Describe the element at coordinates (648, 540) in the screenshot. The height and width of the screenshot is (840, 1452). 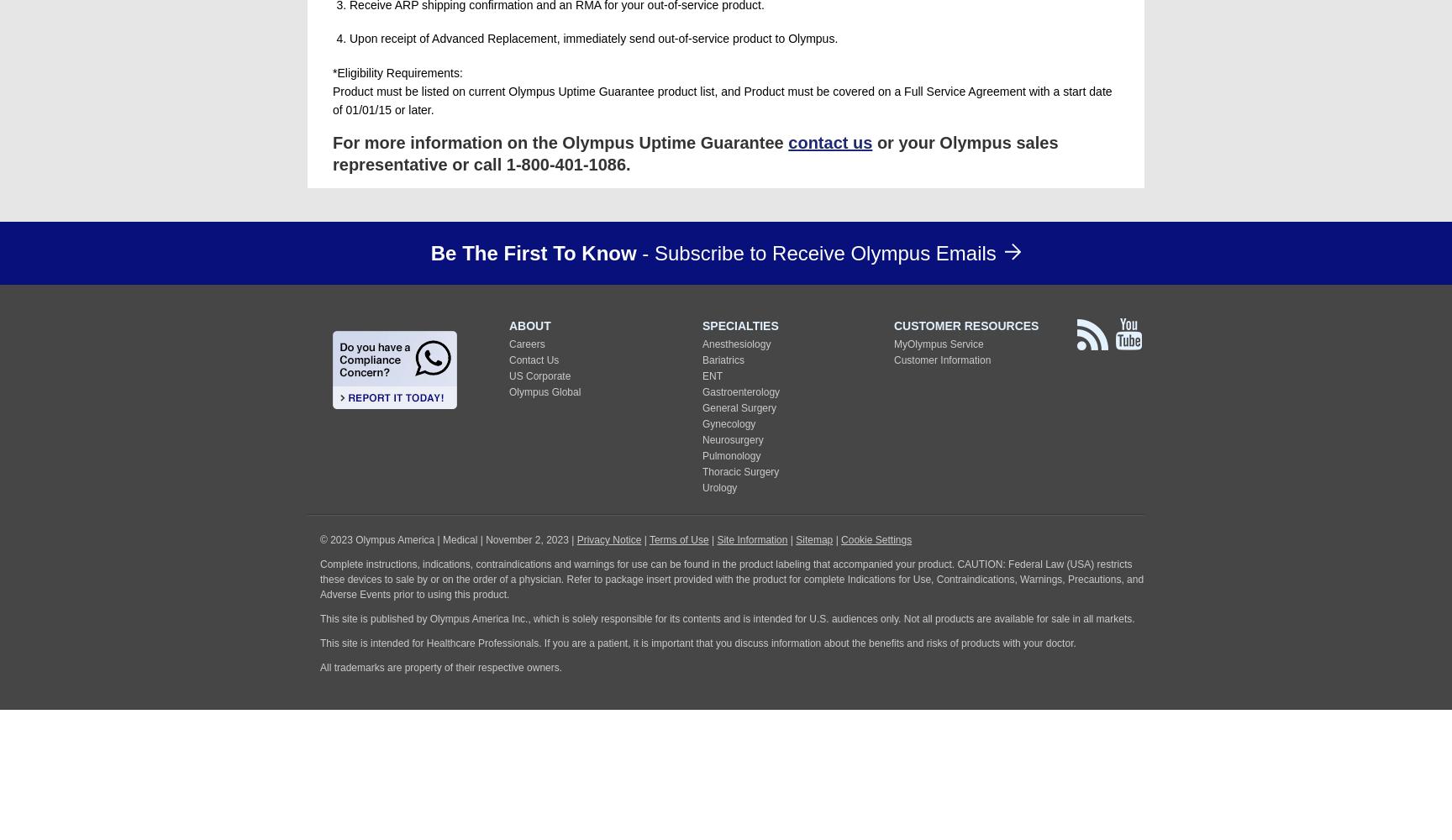
I see `'Terms of Use'` at that location.